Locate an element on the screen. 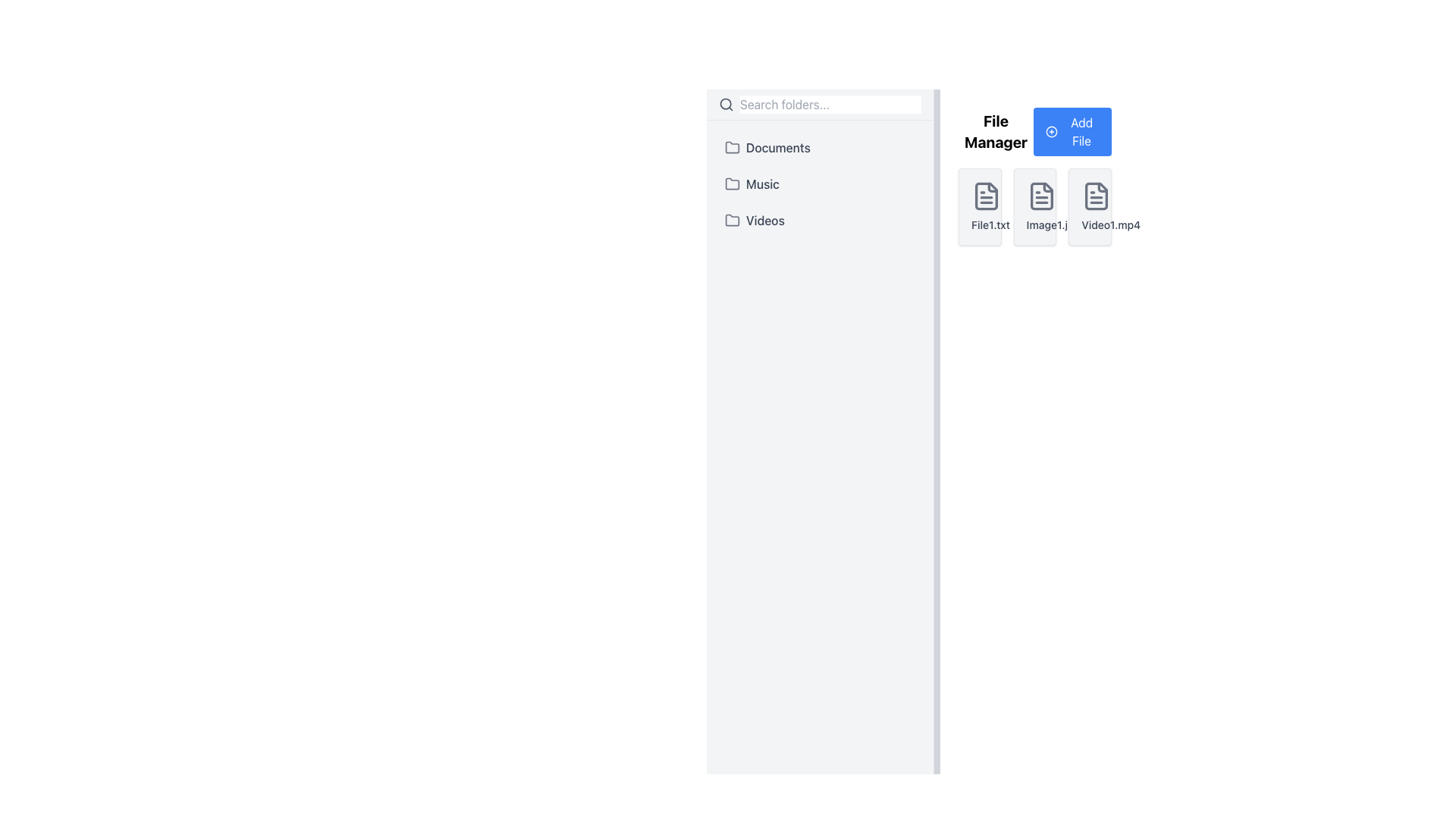  the first file card labeled 'File1.txt' in the 'File Manager' section, which has a gray background and a document icon is located at coordinates (980, 207).